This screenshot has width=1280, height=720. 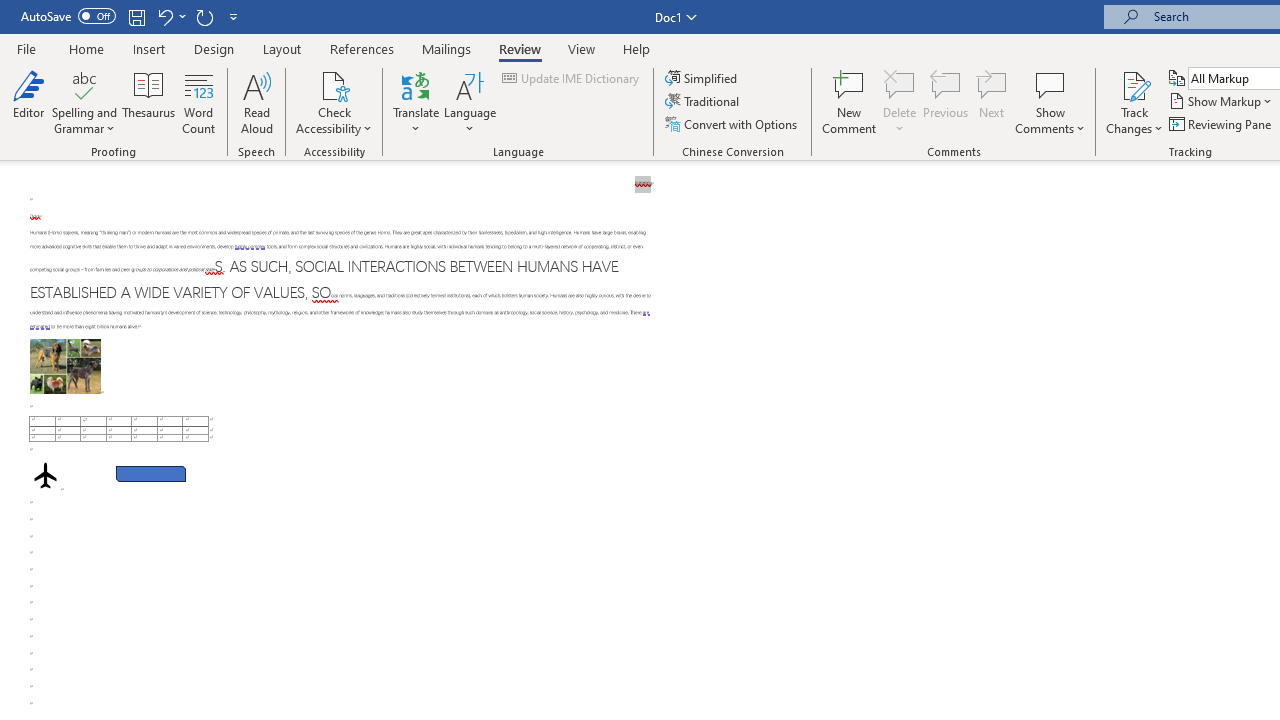 I want to click on 'Save', so click(x=135, y=16).